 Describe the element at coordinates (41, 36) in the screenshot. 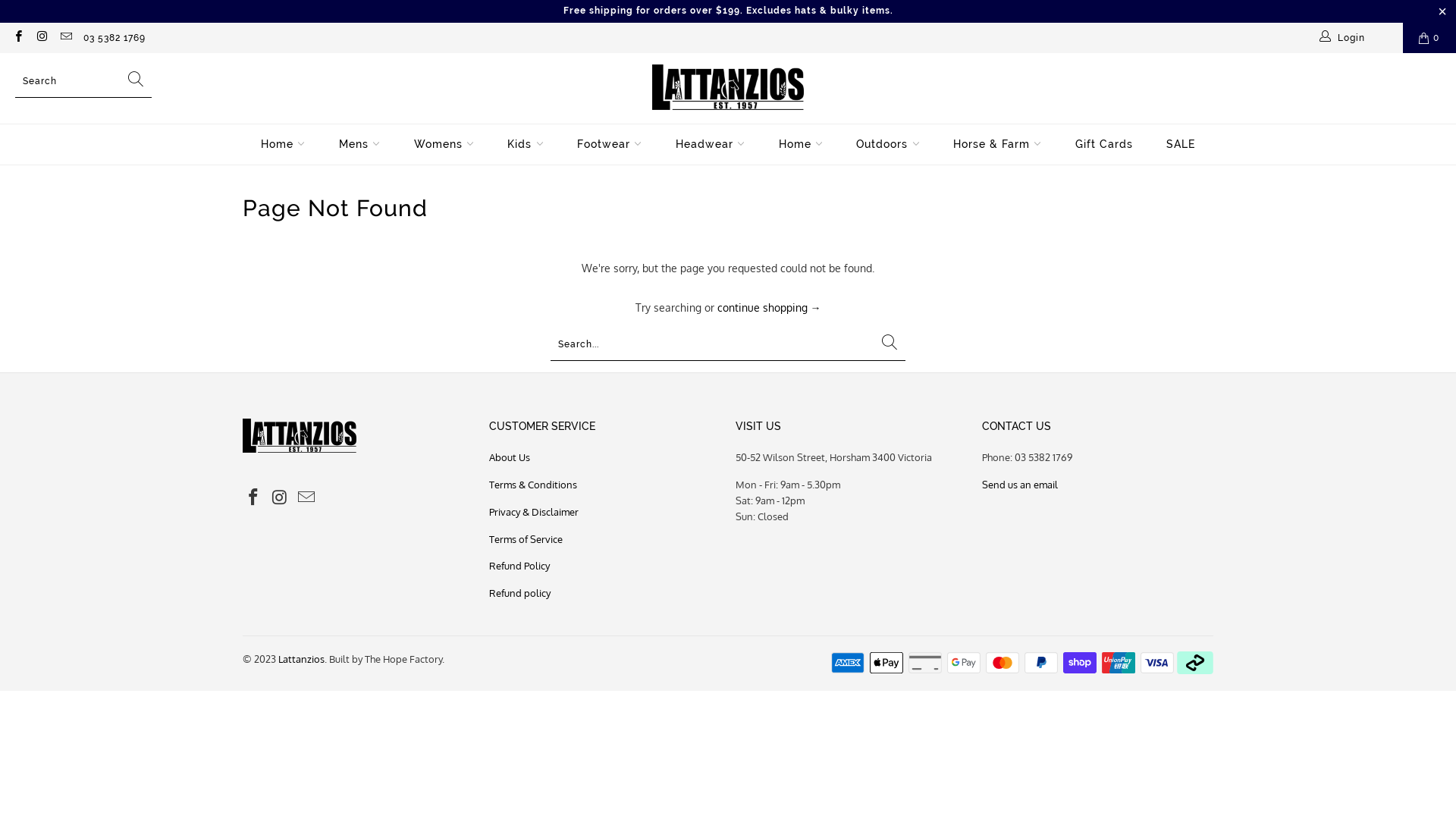

I see `'Lattanzios on Instagram'` at that location.